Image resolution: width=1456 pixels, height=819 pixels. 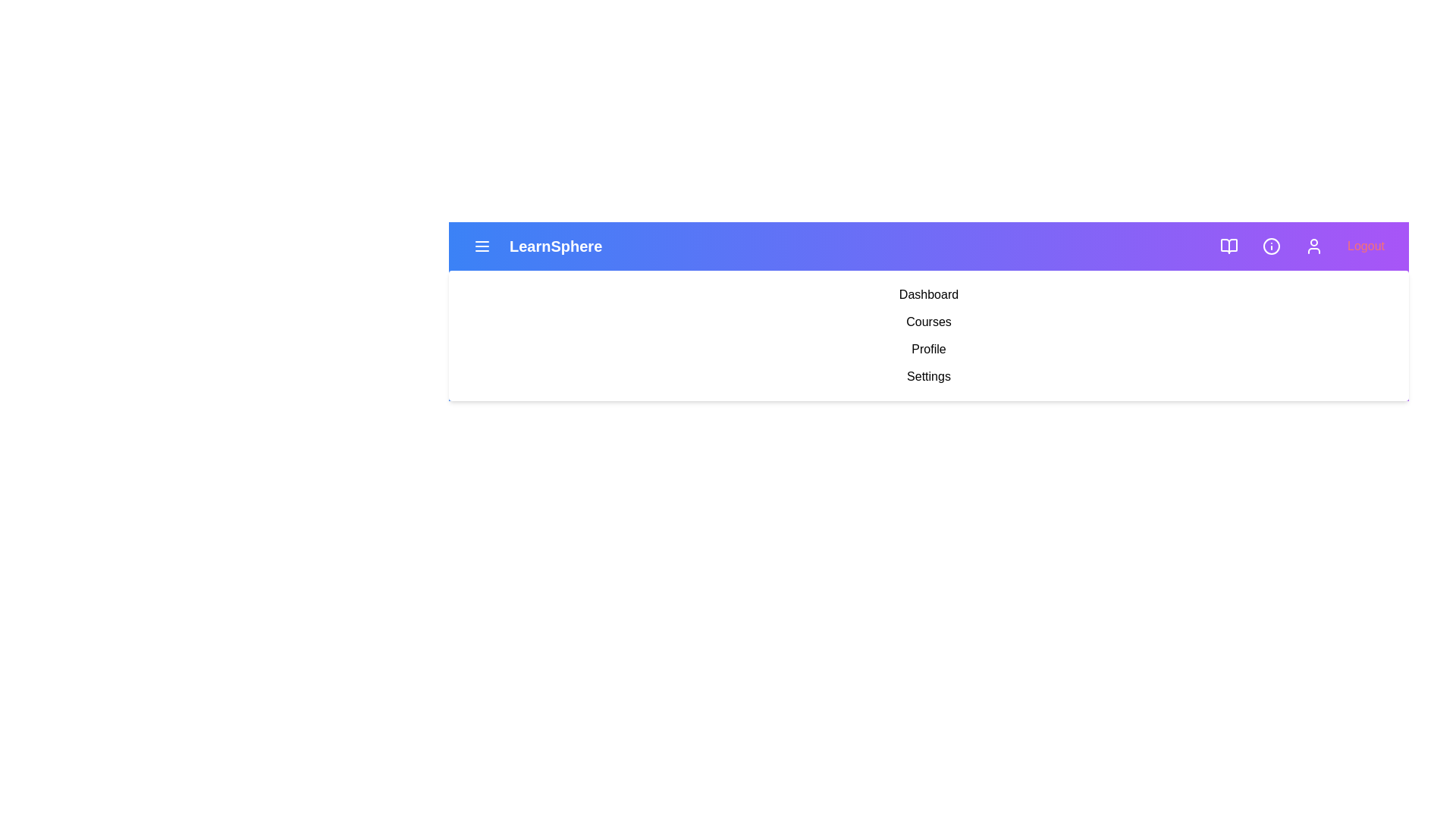 What do you see at coordinates (1366, 245) in the screenshot?
I see `the logout button to log out` at bounding box center [1366, 245].